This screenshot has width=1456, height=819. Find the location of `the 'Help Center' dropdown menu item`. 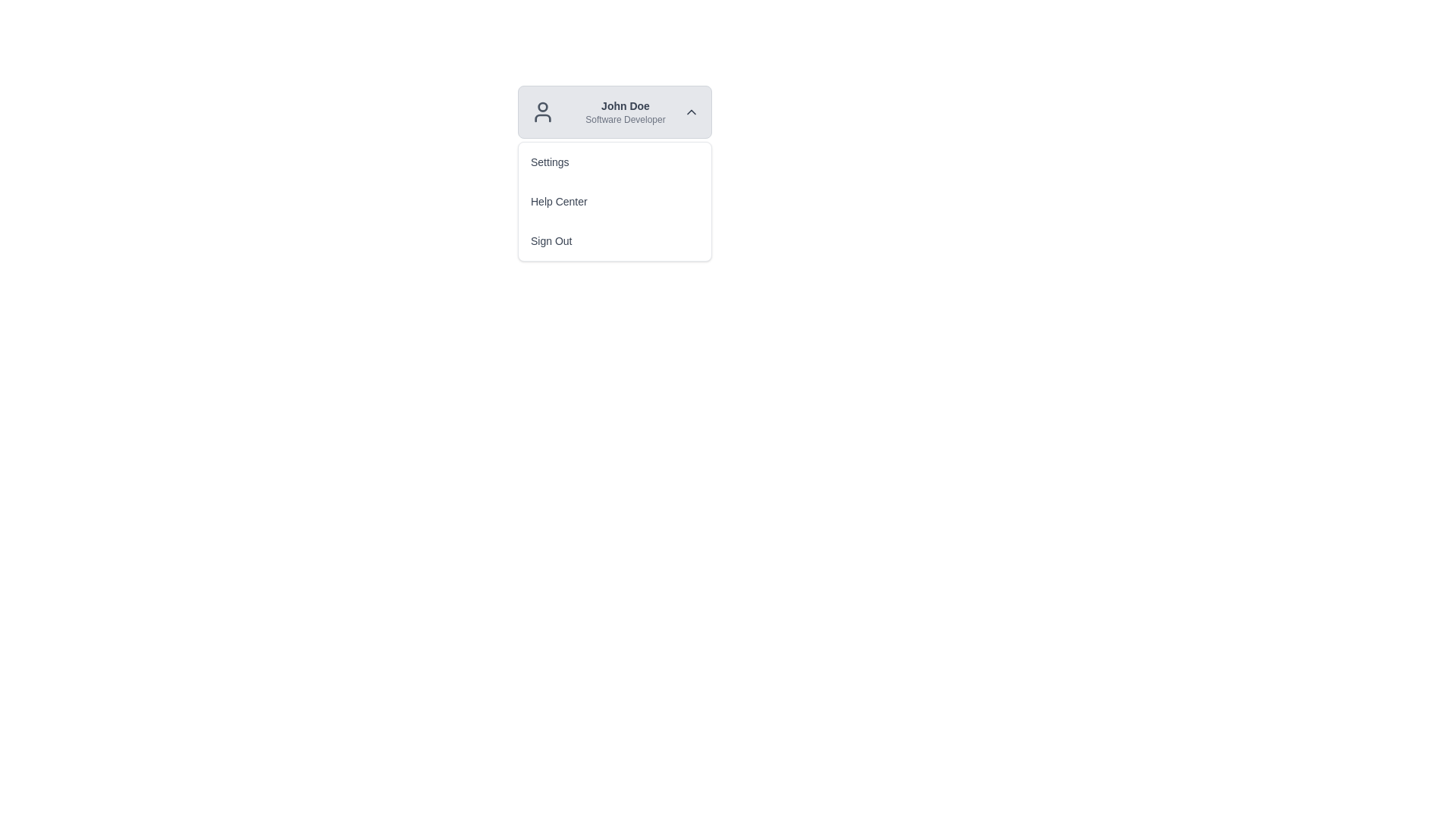

the 'Help Center' dropdown menu item is located at coordinates (615, 201).